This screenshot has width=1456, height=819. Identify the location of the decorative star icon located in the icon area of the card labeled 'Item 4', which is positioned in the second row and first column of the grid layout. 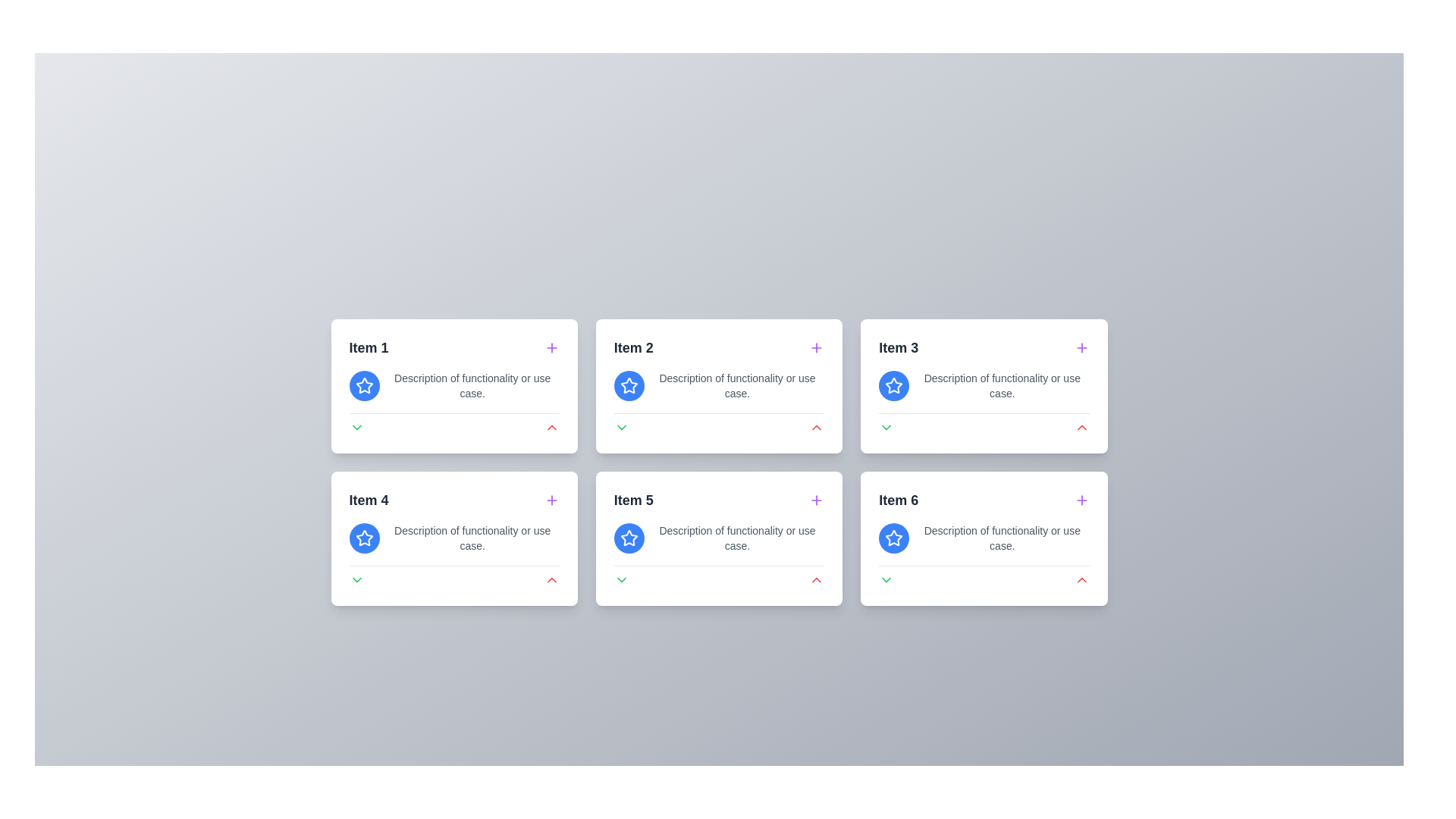
(364, 384).